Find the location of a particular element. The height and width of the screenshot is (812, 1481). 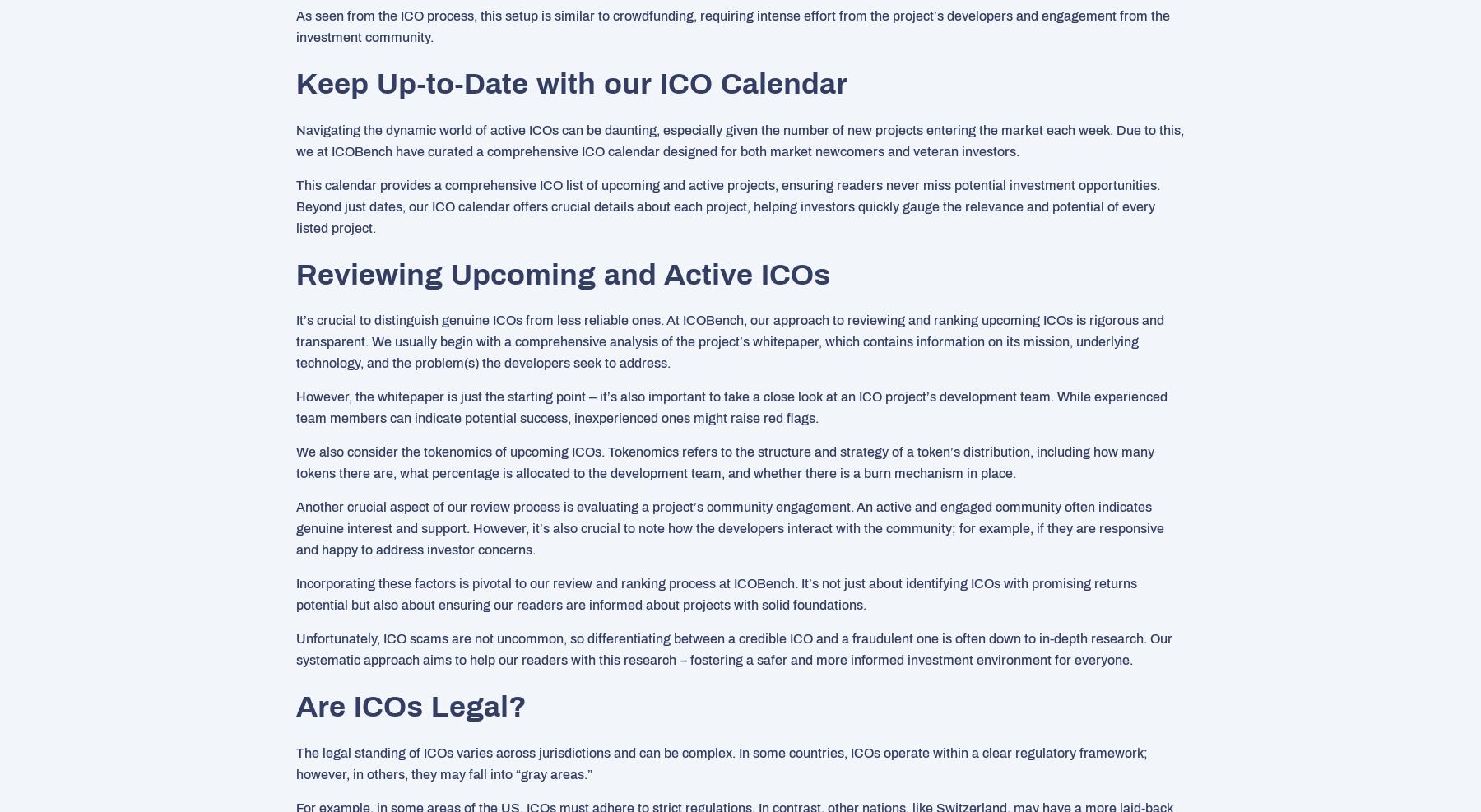

'Incorporating these factors is pivotal to our review and ranking process at ICOBench. It’s not just about identifying ICOs with promising returns potential but also about ensuring our readers are informed about projects with solid foundations.' is located at coordinates (717, 593).